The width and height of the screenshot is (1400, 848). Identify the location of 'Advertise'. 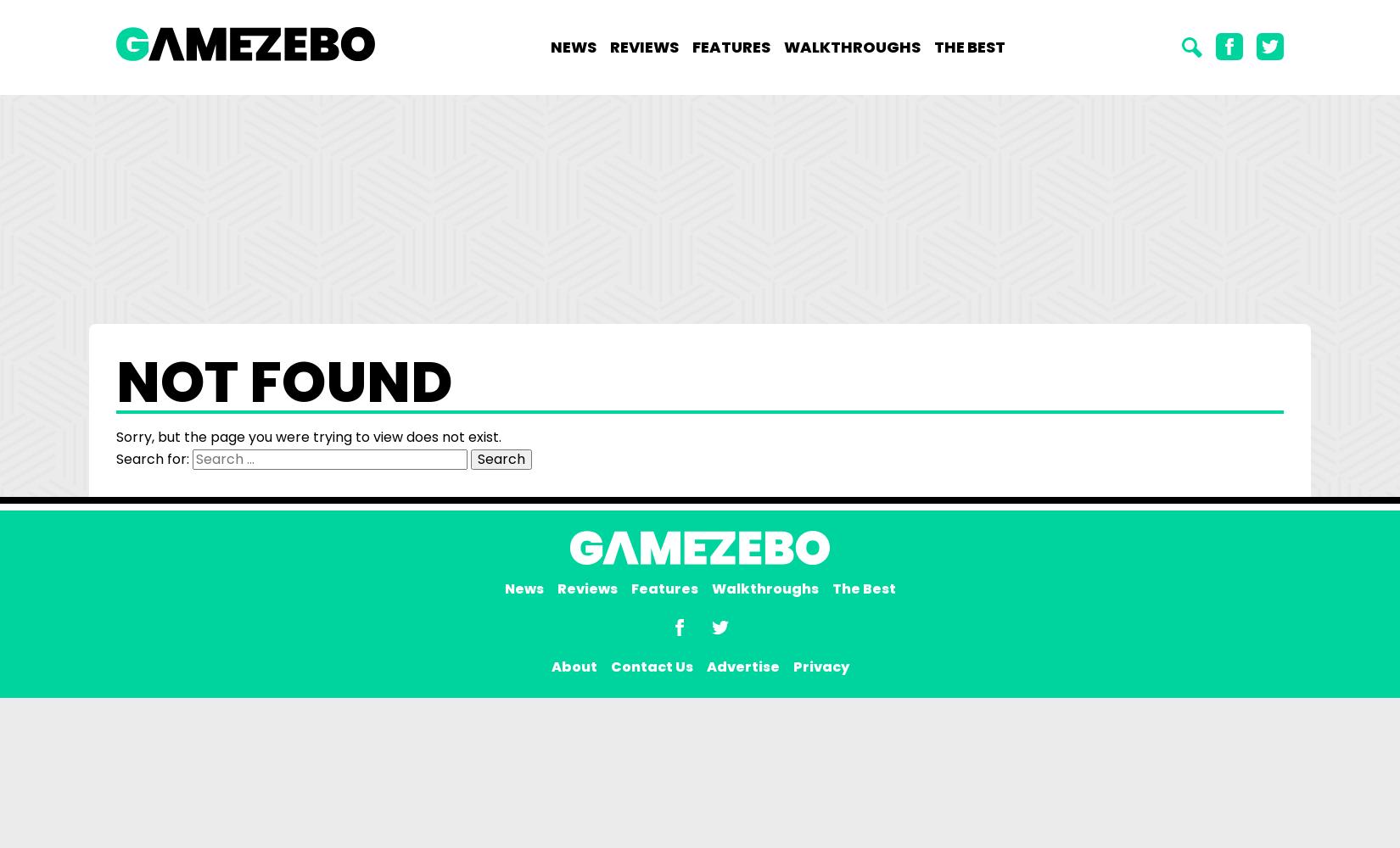
(742, 666).